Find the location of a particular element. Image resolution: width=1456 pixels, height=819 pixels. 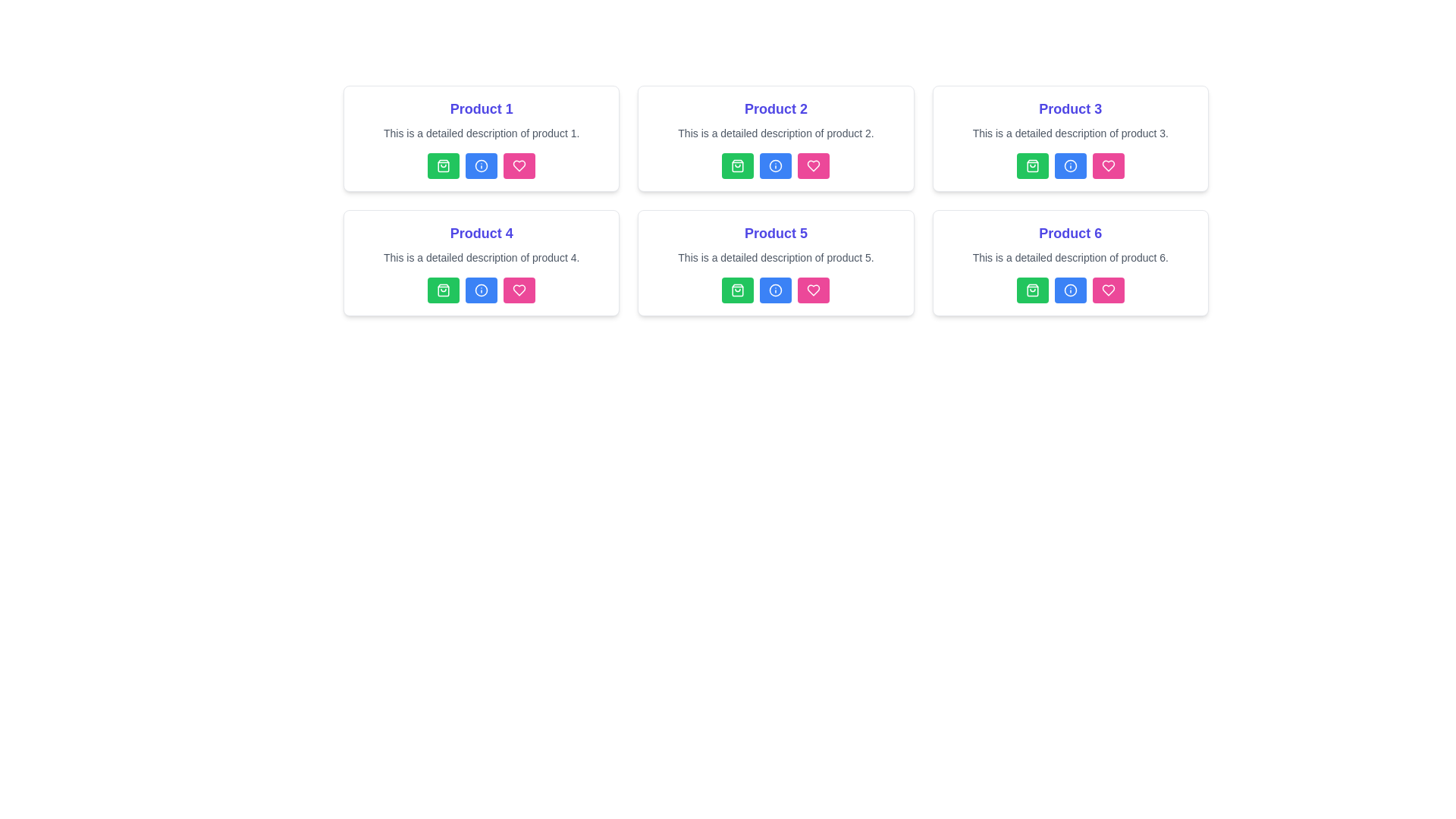

the green button with a shopping bag icon located below 'Product 5' is located at coordinates (738, 290).